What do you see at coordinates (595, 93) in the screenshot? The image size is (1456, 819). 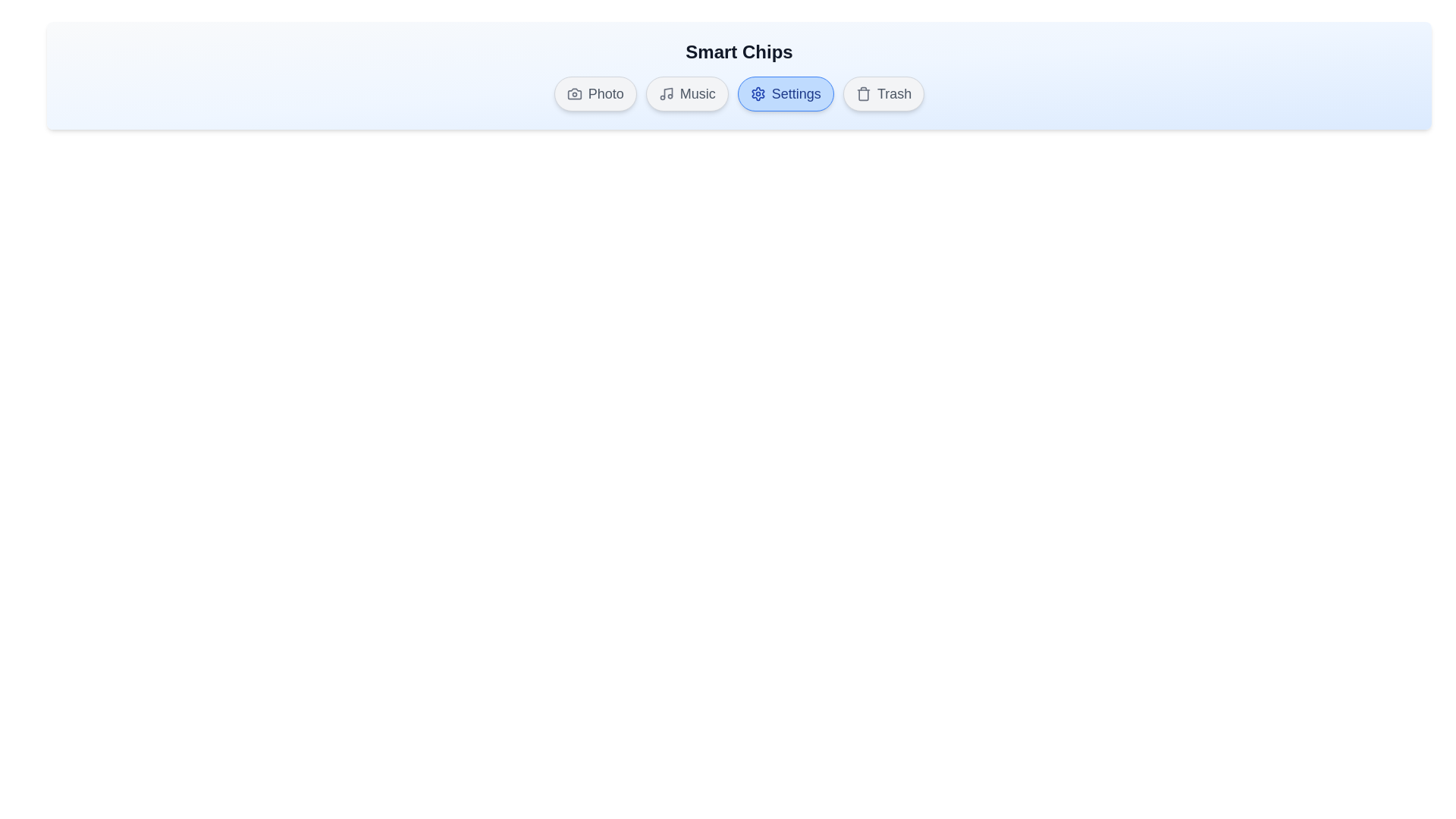 I see `the chip labeled 'Photo' to observe its hover effect` at bounding box center [595, 93].